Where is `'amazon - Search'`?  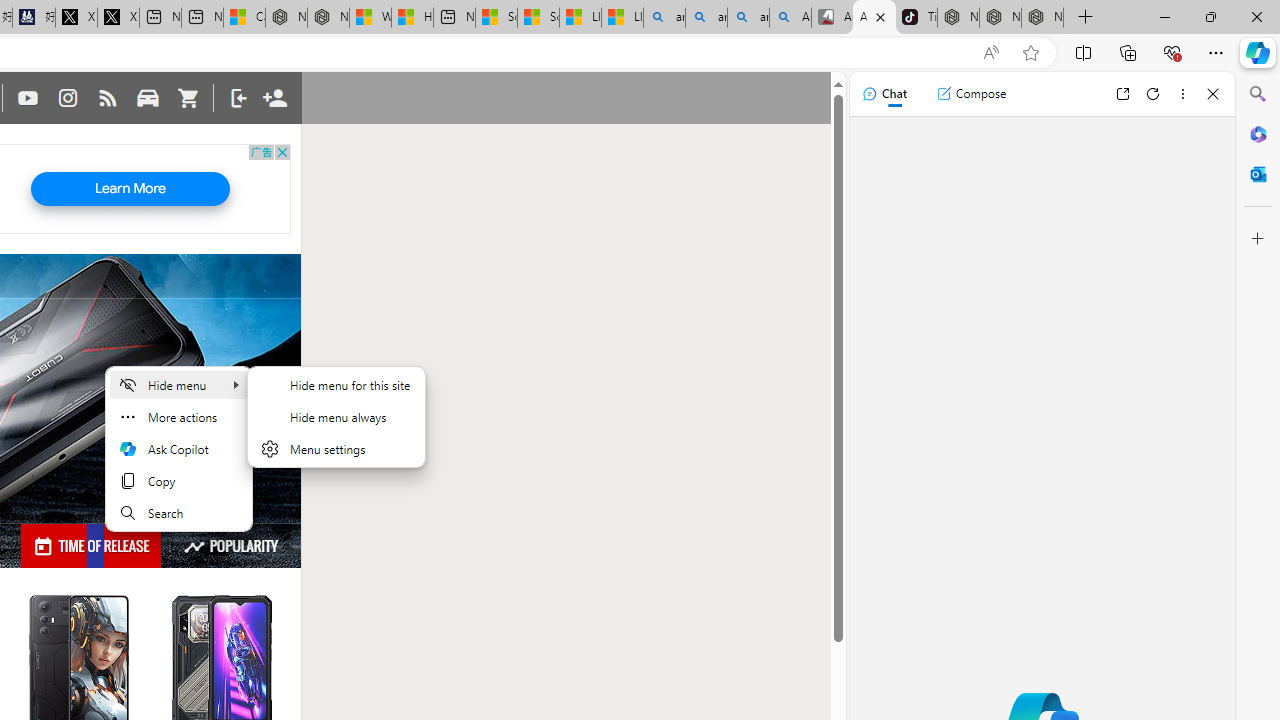 'amazon - Search' is located at coordinates (706, 17).